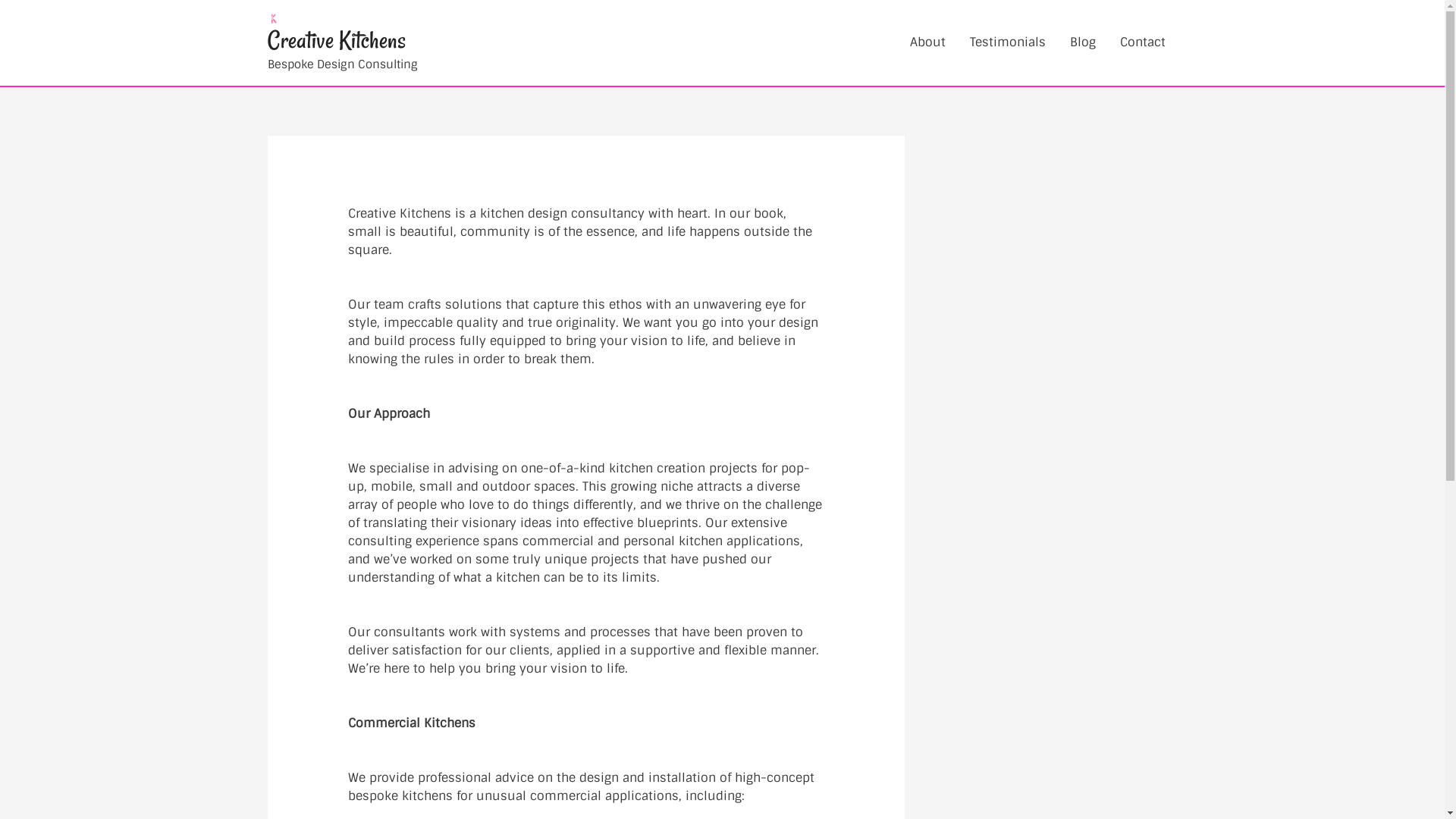  What do you see at coordinates (927, 42) in the screenshot?
I see `'About'` at bounding box center [927, 42].